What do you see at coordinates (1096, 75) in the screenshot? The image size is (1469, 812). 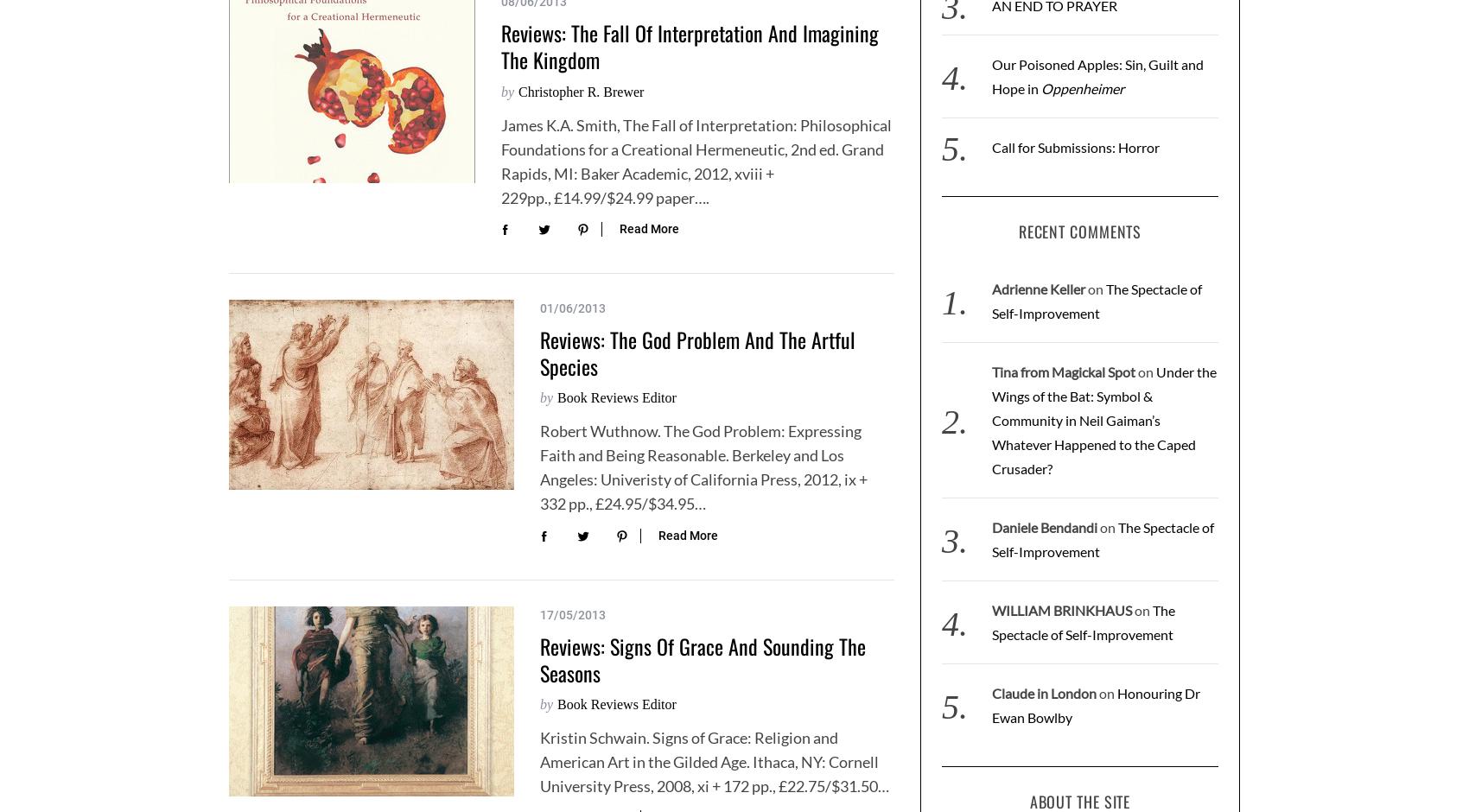 I see `'Our Poisoned Apples: Sin, Guilt and Hope in'` at bounding box center [1096, 75].